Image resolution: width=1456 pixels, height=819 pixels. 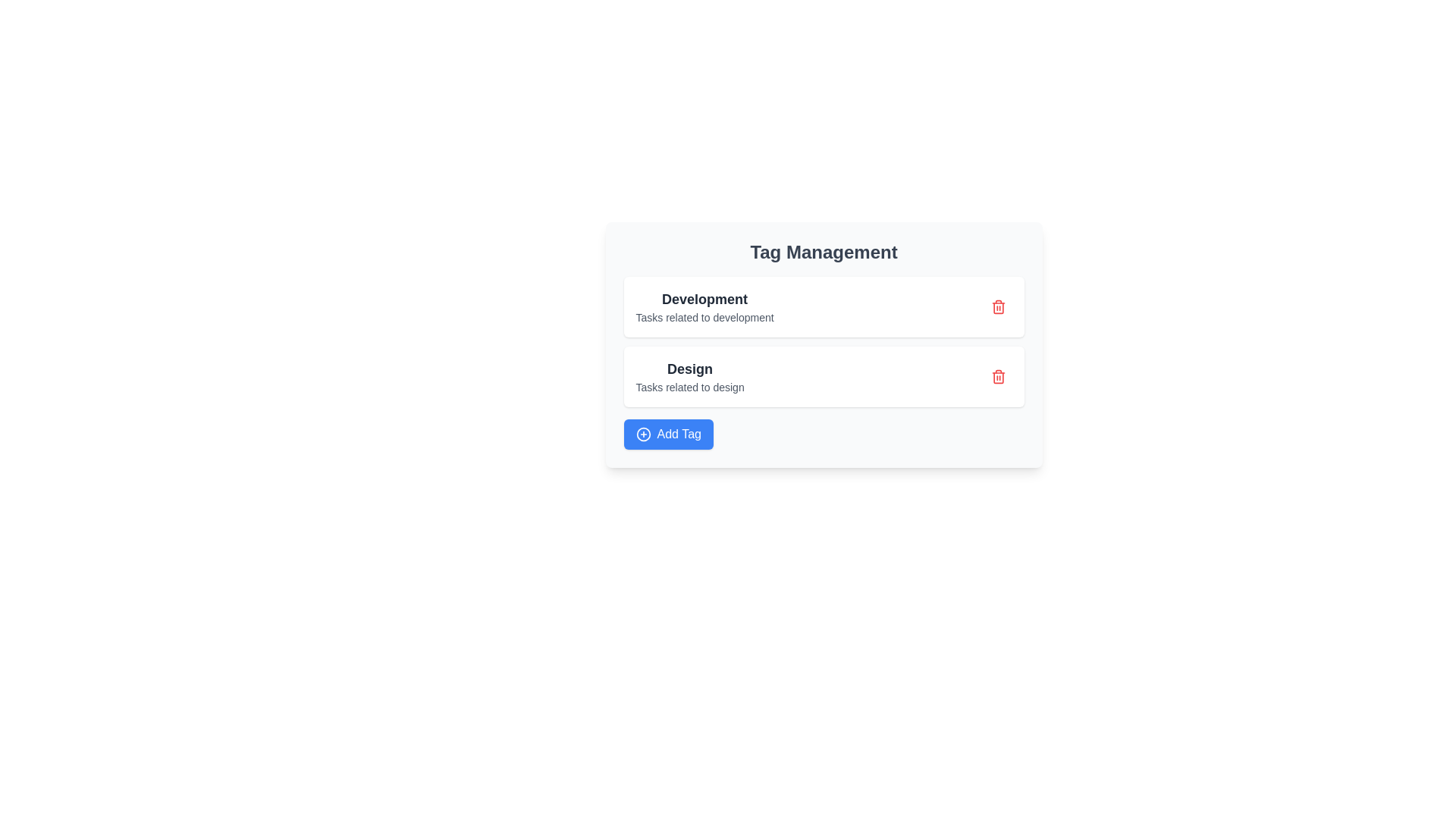 I want to click on the Text element that serves as the title or label for the 'Design' tag in the 'Tag Management' section, positioned above the description 'Tasks related to design', so click(x=689, y=369).